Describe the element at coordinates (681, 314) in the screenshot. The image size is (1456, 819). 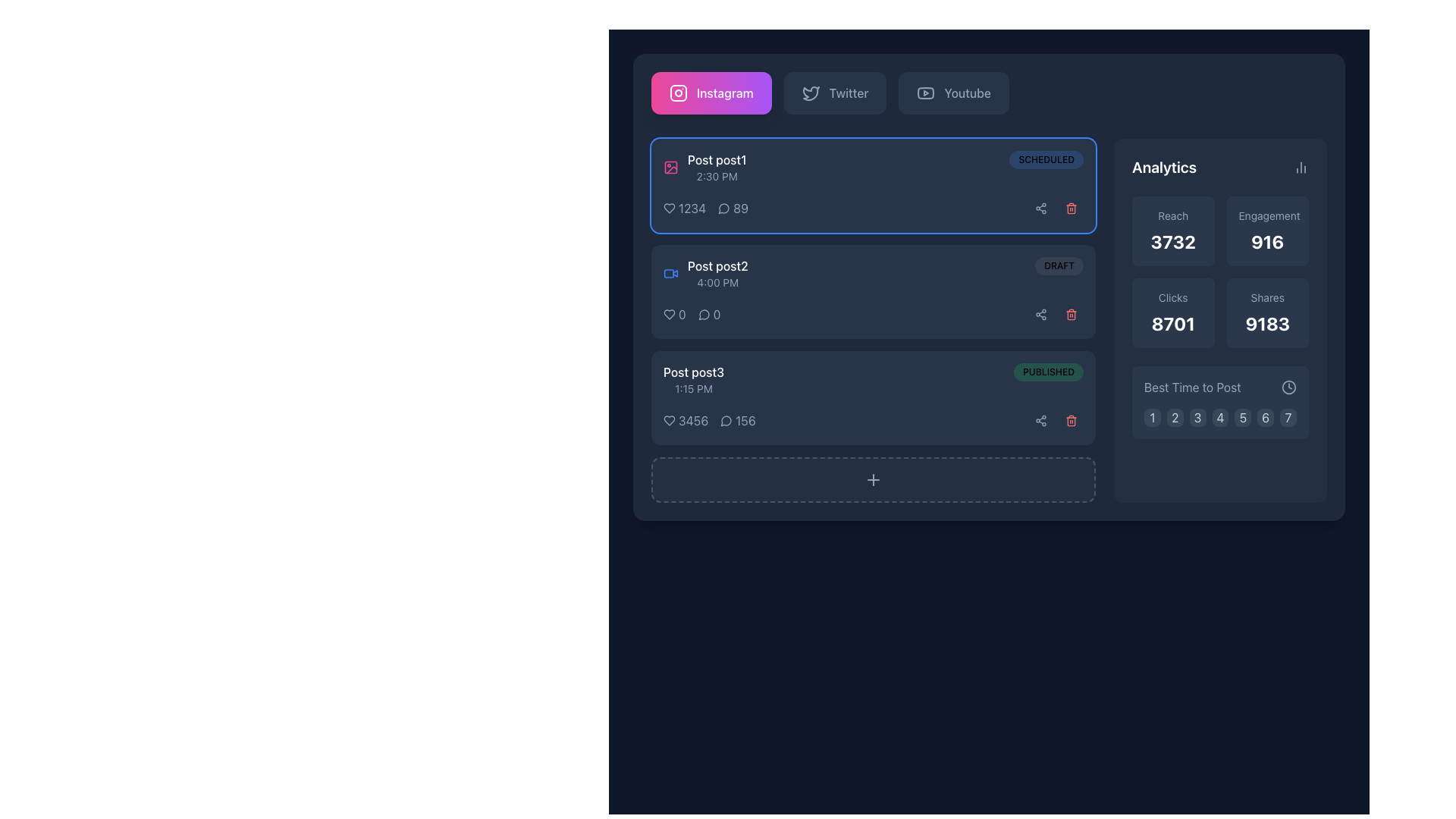
I see `the displayed value of the Text display element showing likes or interactions, located to the right of the heart icon` at that location.